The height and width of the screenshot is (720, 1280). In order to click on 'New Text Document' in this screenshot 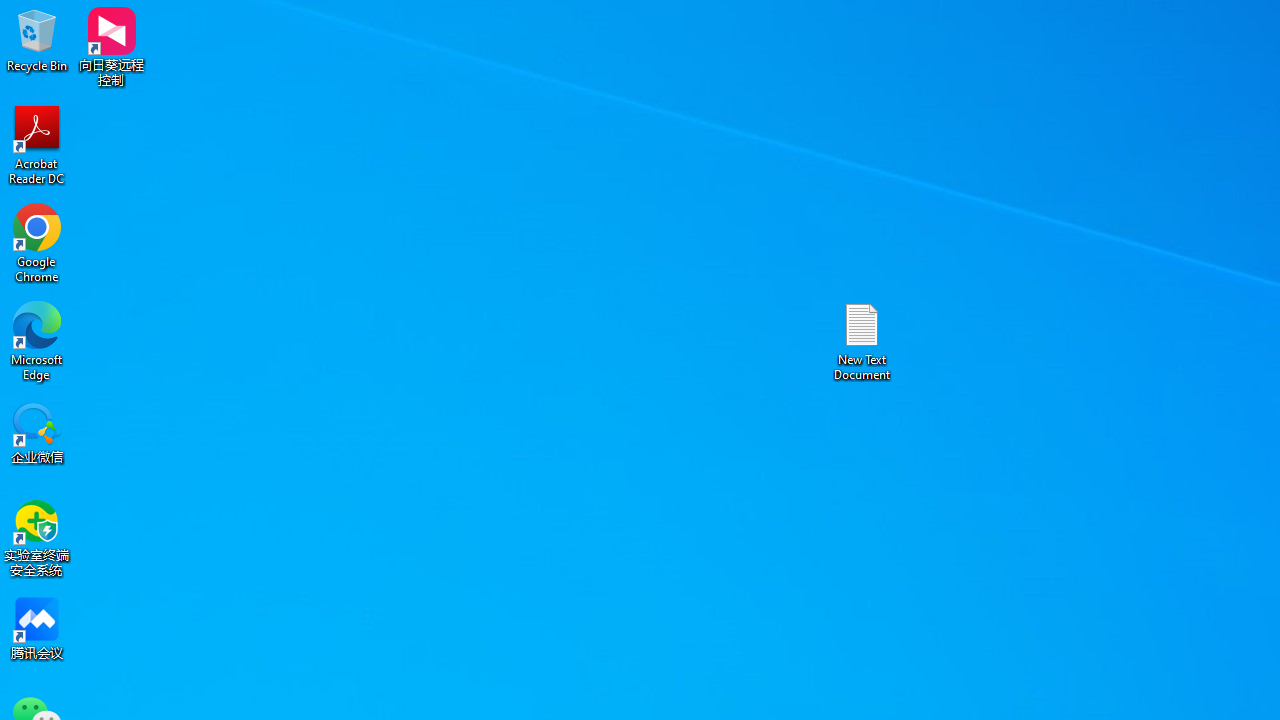, I will do `click(862, 340)`.